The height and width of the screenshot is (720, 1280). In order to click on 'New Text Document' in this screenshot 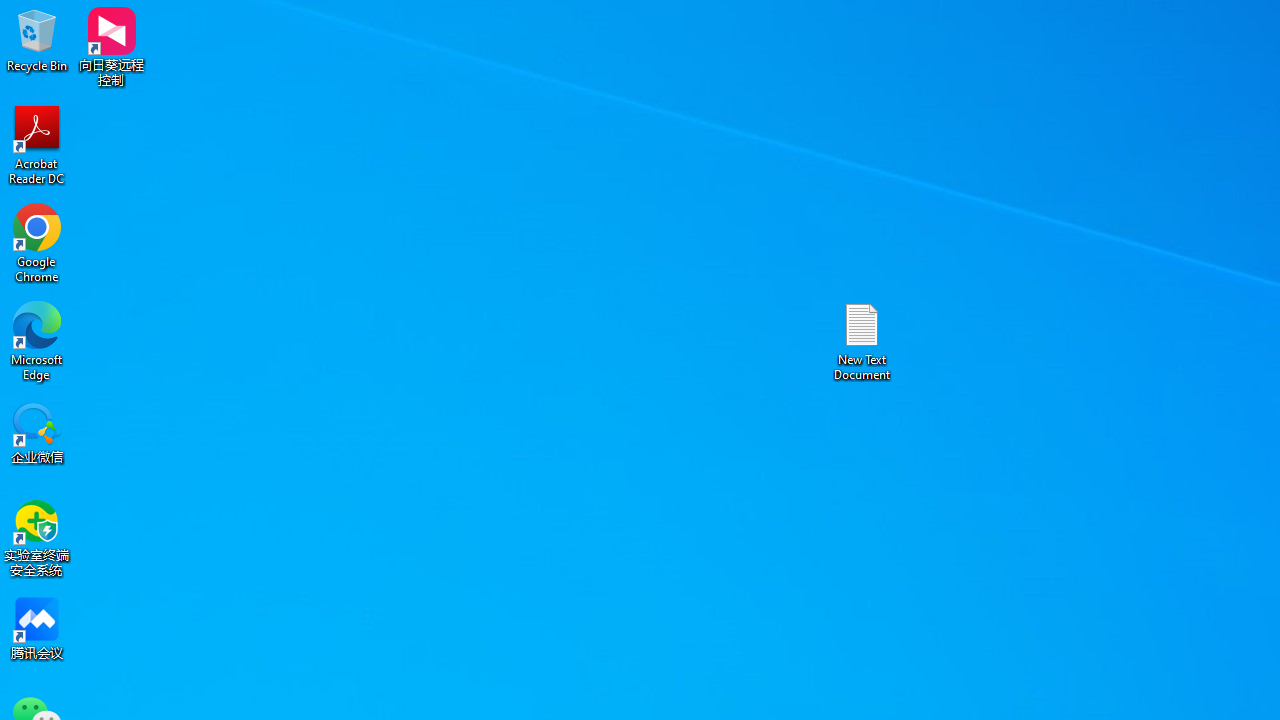, I will do `click(862, 340)`.